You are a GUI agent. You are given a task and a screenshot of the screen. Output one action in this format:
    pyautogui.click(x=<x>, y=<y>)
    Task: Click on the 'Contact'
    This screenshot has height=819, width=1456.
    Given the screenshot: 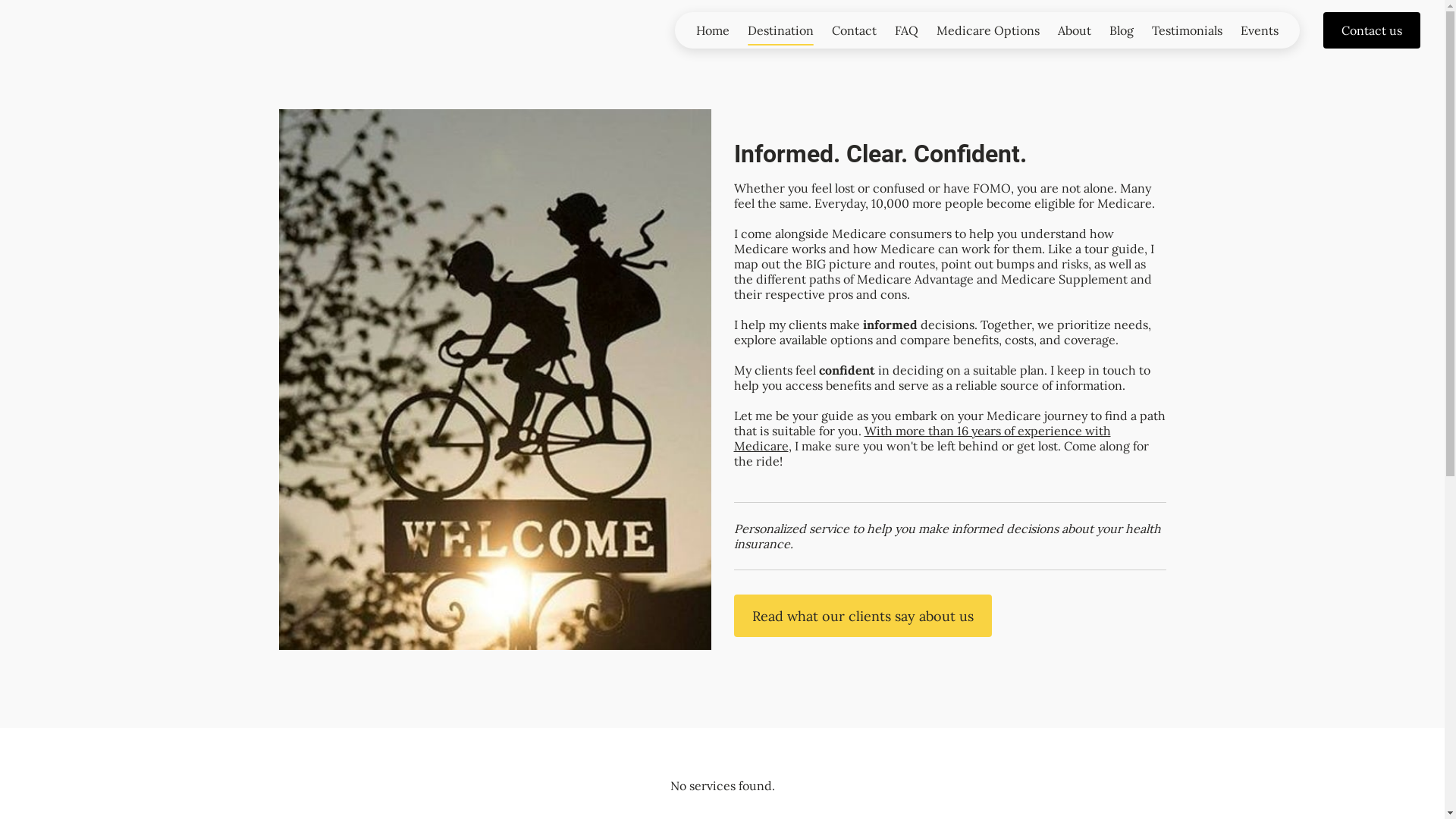 What is the action you would take?
    pyautogui.click(x=821, y=30)
    